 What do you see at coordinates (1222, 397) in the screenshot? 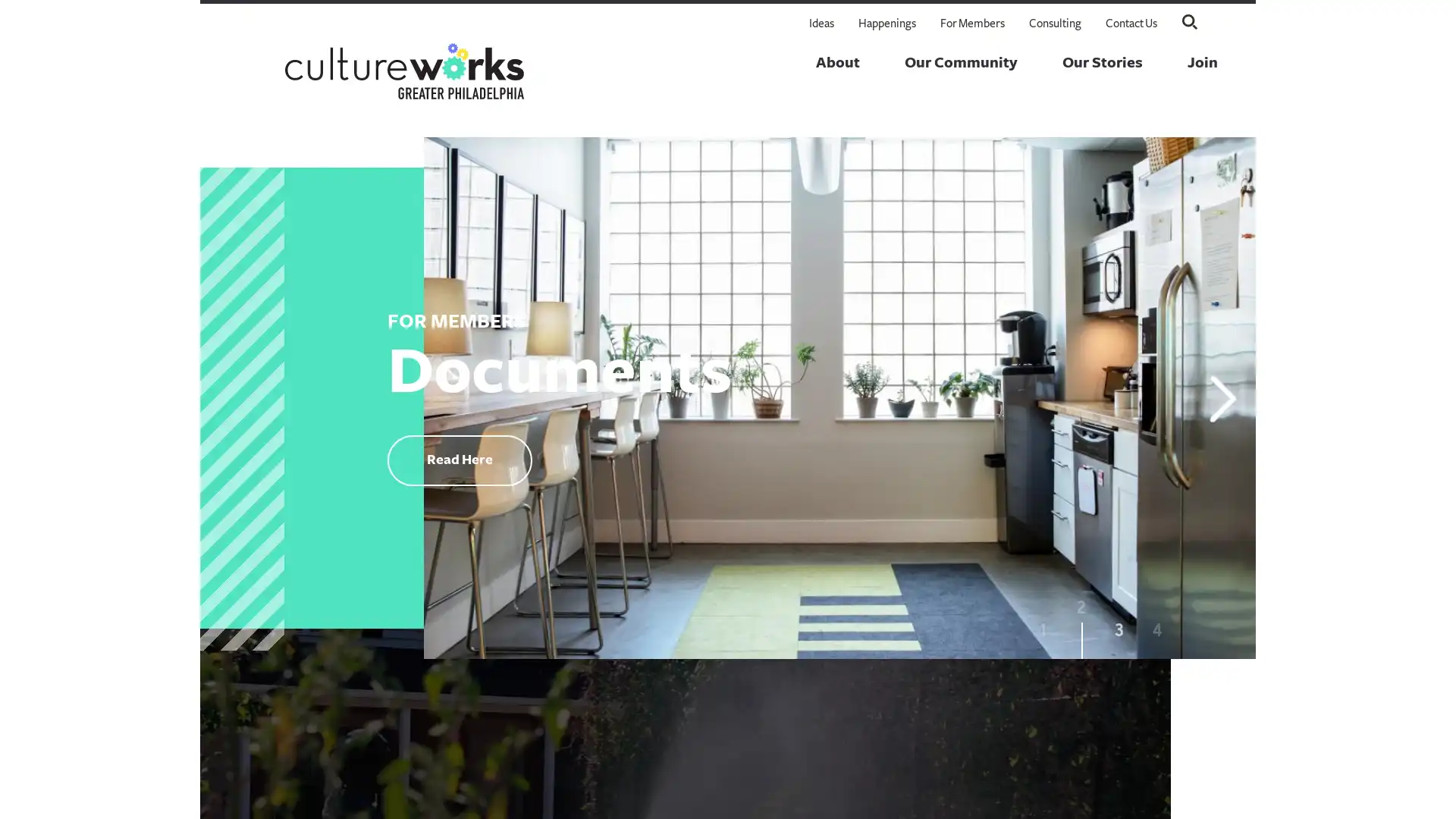
I see `Next` at bounding box center [1222, 397].